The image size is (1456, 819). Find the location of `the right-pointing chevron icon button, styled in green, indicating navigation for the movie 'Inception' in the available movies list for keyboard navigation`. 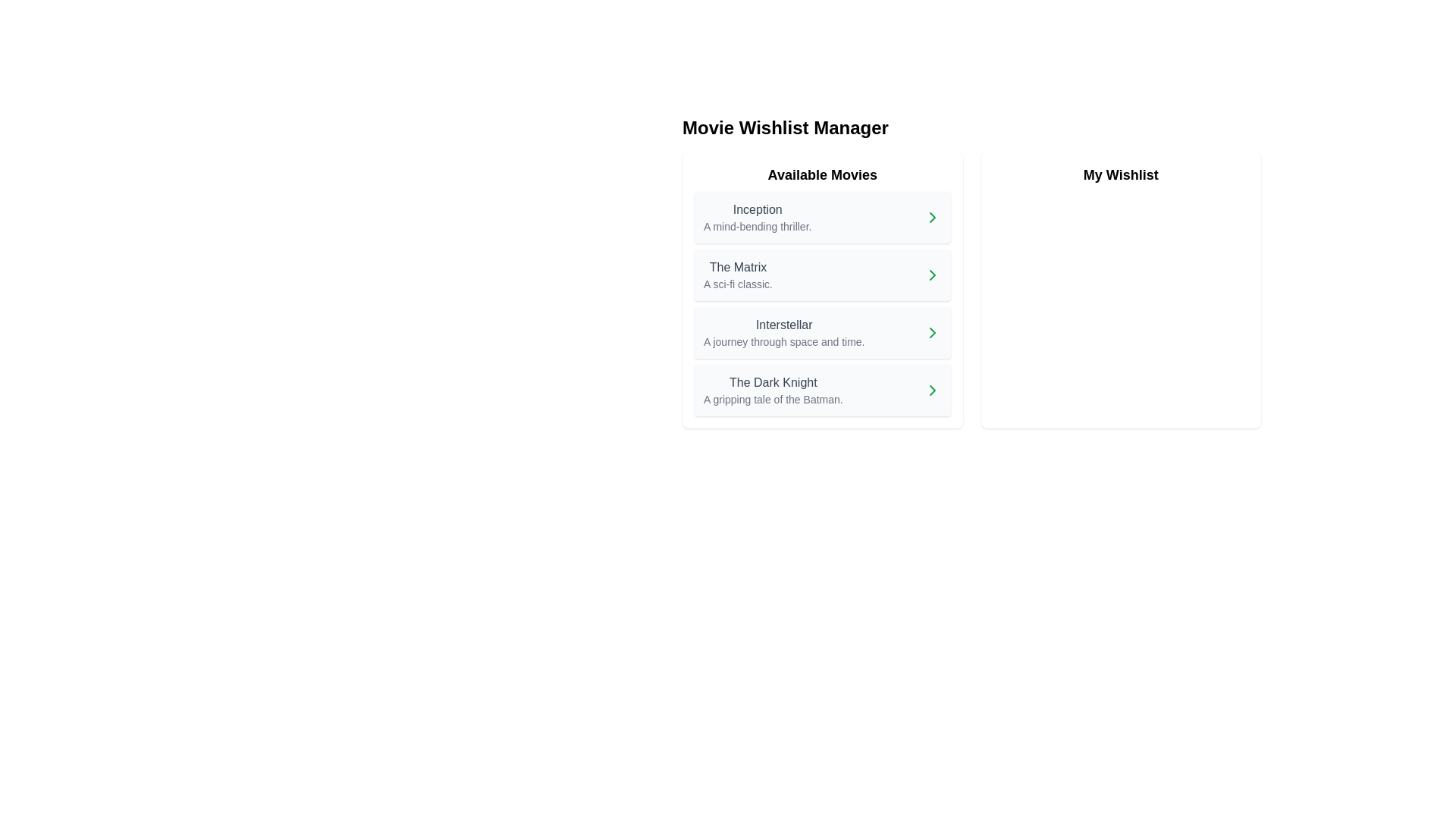

the right-pointing chevron icon button, styled in green, indicating navigation for the movie 'Inception' in the available movies list for keyboard navigation is located at coordinates (931, 217).